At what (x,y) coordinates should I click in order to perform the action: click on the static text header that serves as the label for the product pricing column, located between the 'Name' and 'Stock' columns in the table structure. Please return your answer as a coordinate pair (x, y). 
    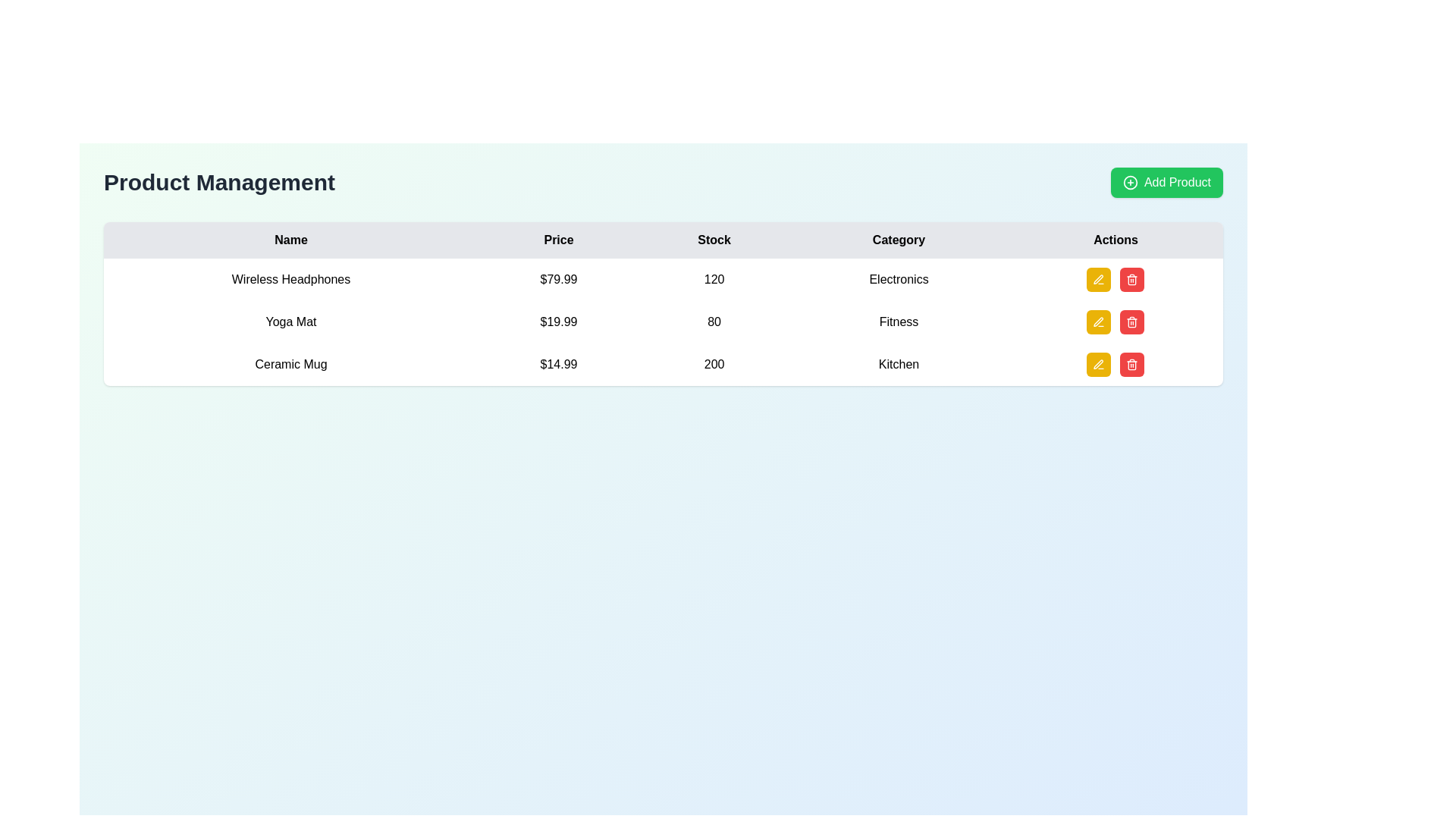
    Looking at the image, I should click on (558, 239).